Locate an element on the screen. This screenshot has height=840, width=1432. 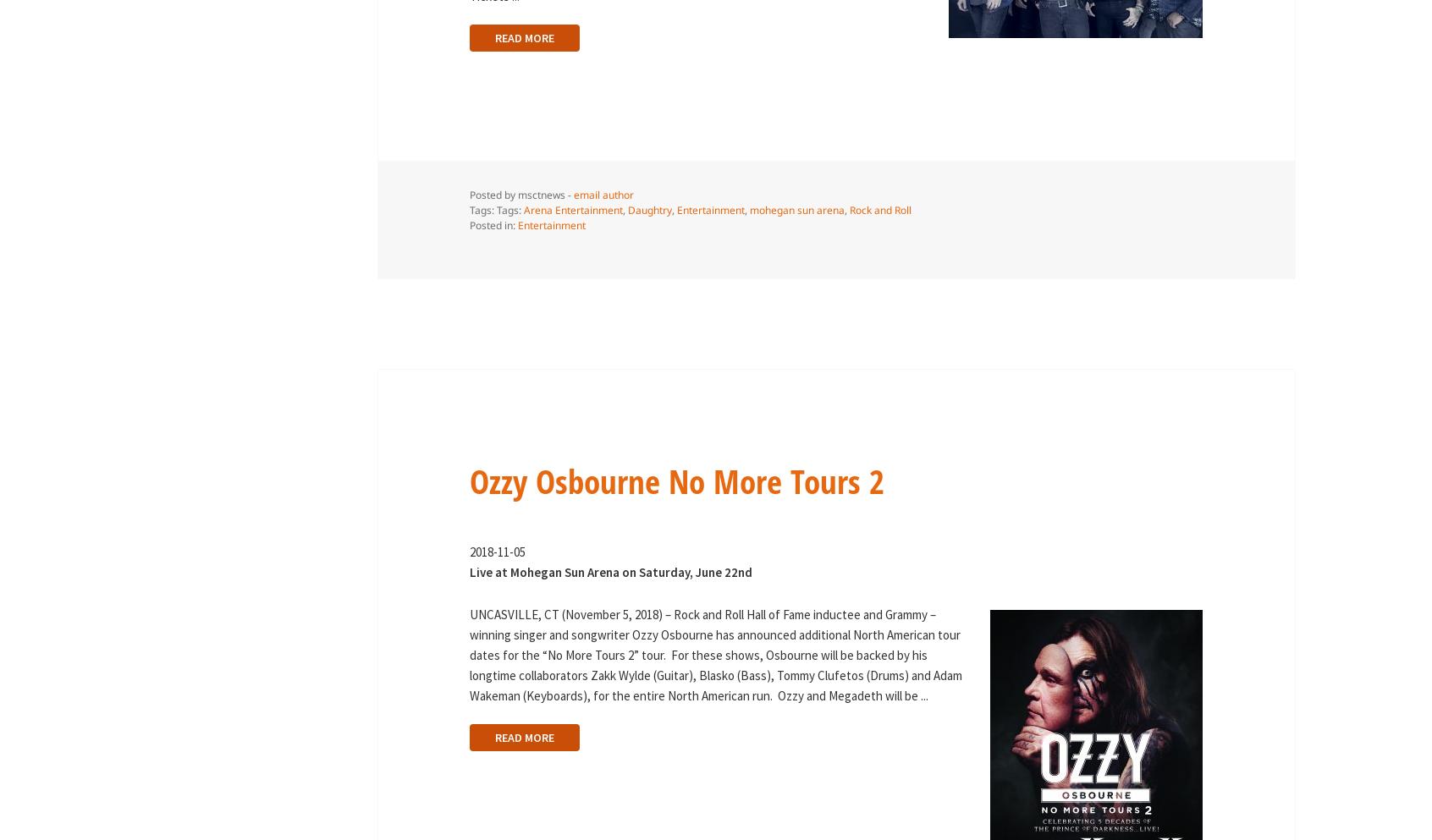
'2018-11-05' is located at coordinates (495, 552).